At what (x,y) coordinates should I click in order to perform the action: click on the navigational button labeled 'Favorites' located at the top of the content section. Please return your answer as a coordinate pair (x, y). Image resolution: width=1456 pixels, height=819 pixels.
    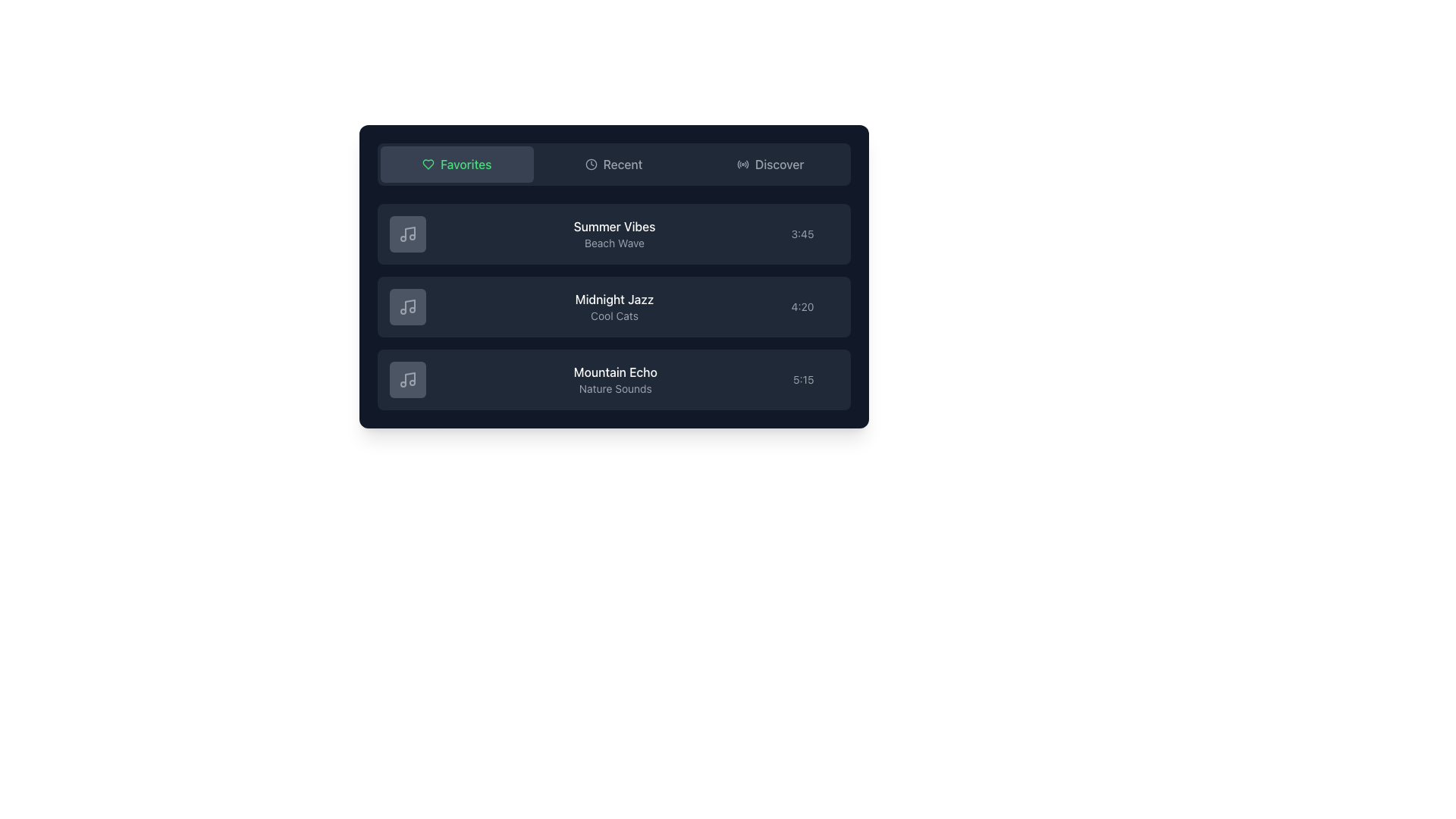
    Looking at the image, I should click on (456, 164).